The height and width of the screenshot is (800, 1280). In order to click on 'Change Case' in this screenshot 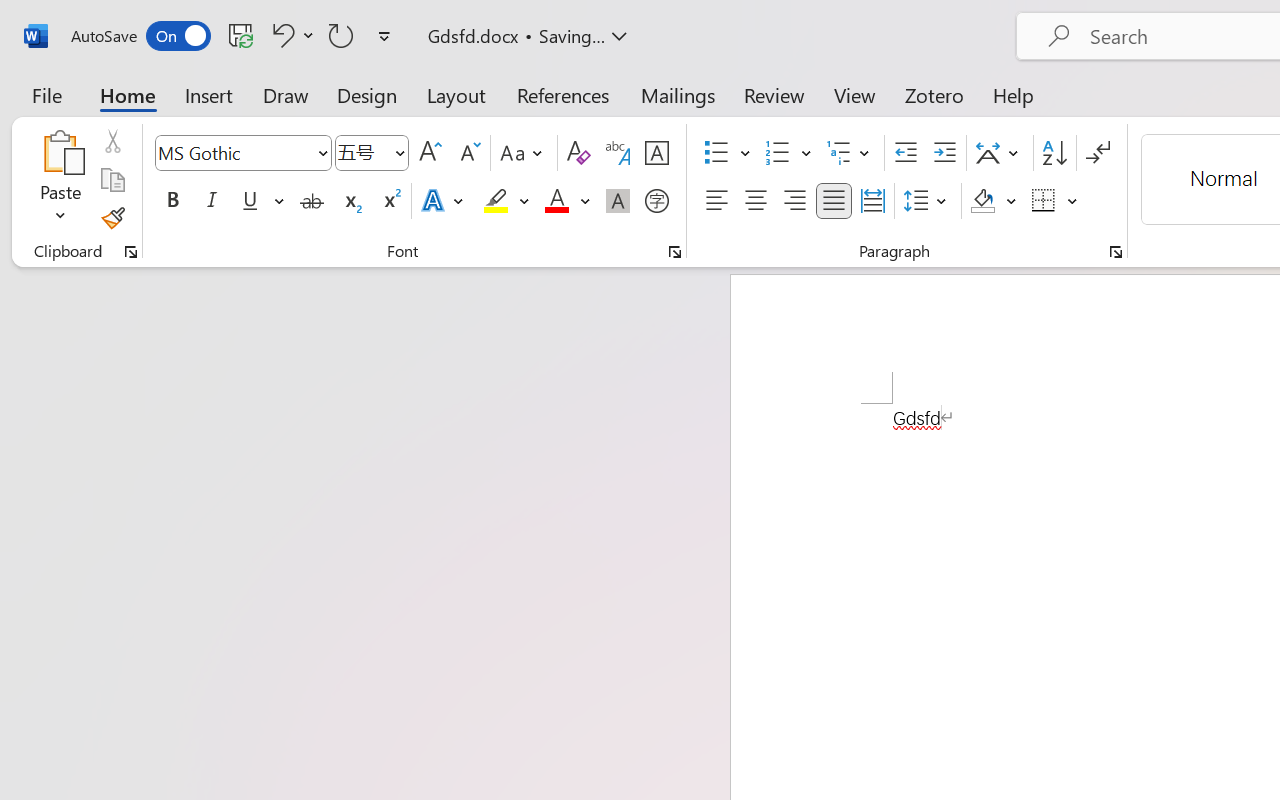, I will do `click(524, 153)`.